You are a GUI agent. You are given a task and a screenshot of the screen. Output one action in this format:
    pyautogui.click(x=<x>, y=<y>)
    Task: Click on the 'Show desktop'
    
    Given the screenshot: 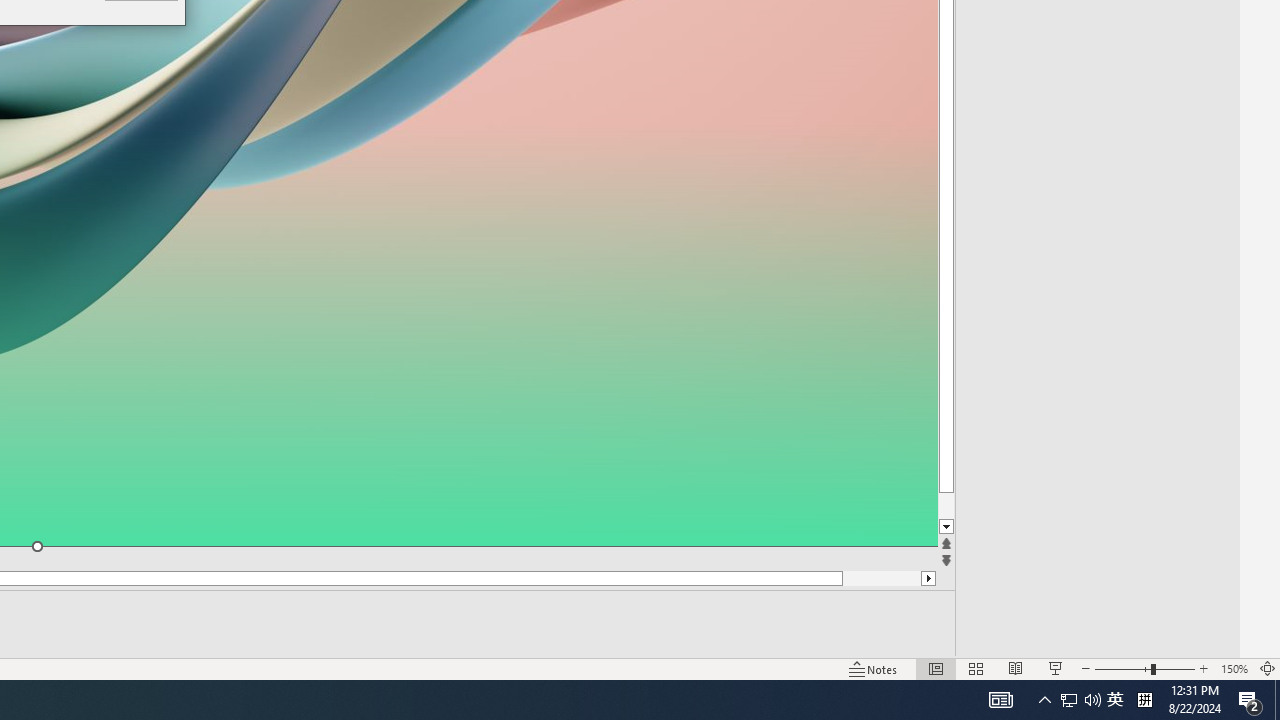 What is the action you would take?
    pyautogui.click(x=1276, y=698)
    